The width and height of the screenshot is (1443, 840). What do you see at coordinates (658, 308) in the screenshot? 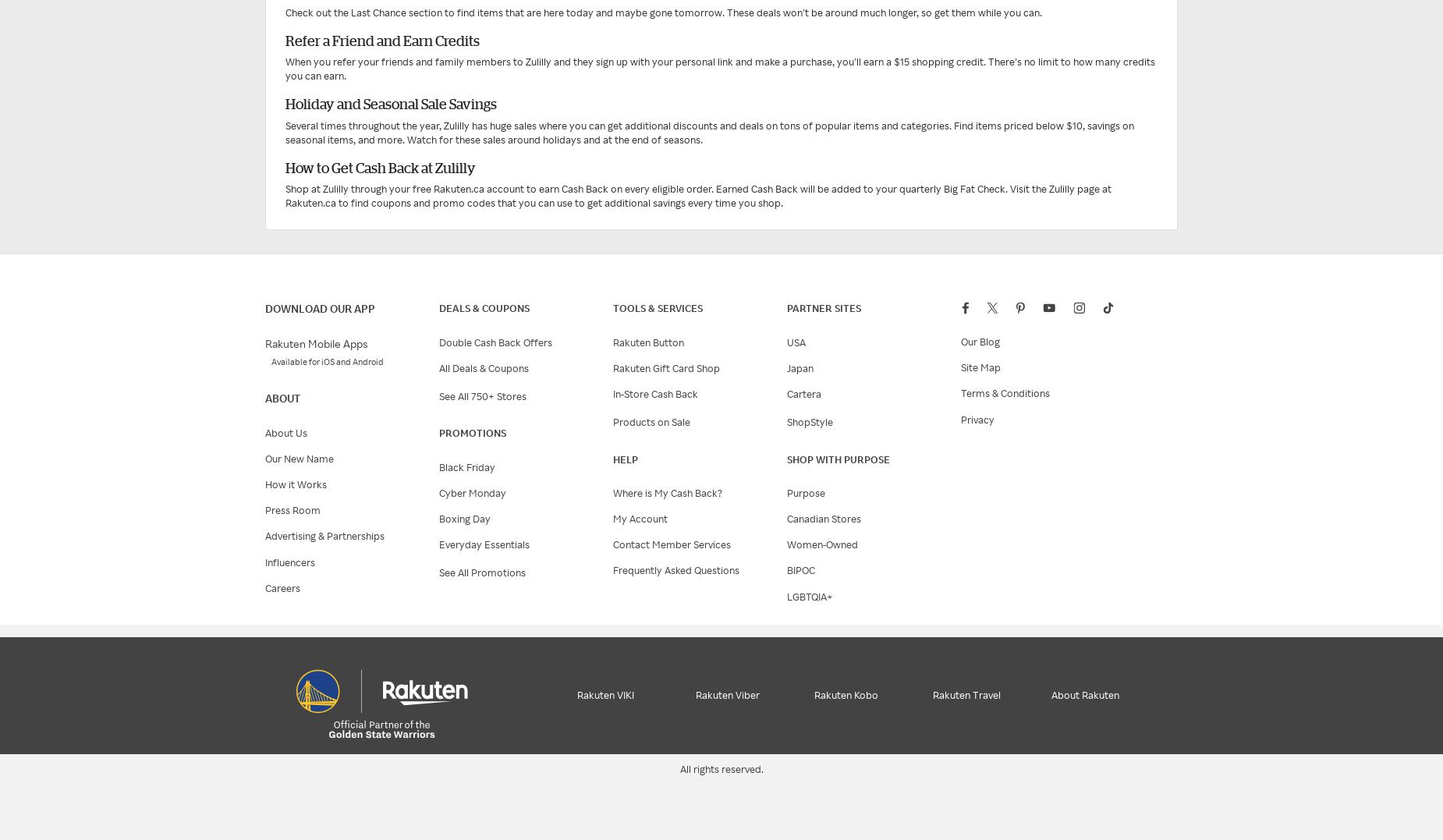
I see `'Tools & services'` at bounding box center [658, 308].